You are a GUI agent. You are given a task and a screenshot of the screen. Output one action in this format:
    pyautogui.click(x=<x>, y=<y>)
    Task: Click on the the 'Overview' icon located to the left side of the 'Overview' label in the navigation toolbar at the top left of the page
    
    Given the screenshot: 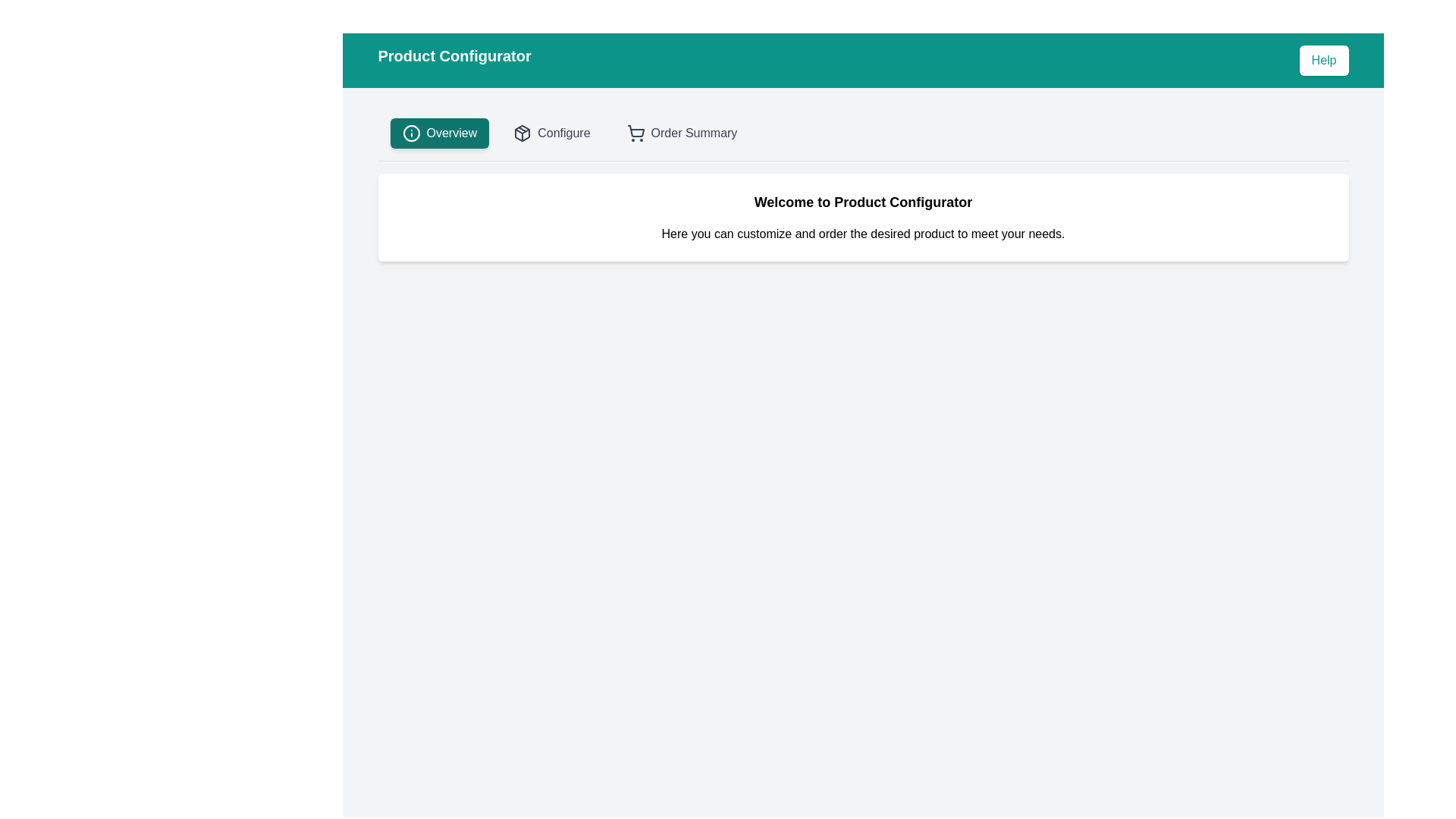 What is the action you would take?
    pyautogui.click(x=411, y=133)
    